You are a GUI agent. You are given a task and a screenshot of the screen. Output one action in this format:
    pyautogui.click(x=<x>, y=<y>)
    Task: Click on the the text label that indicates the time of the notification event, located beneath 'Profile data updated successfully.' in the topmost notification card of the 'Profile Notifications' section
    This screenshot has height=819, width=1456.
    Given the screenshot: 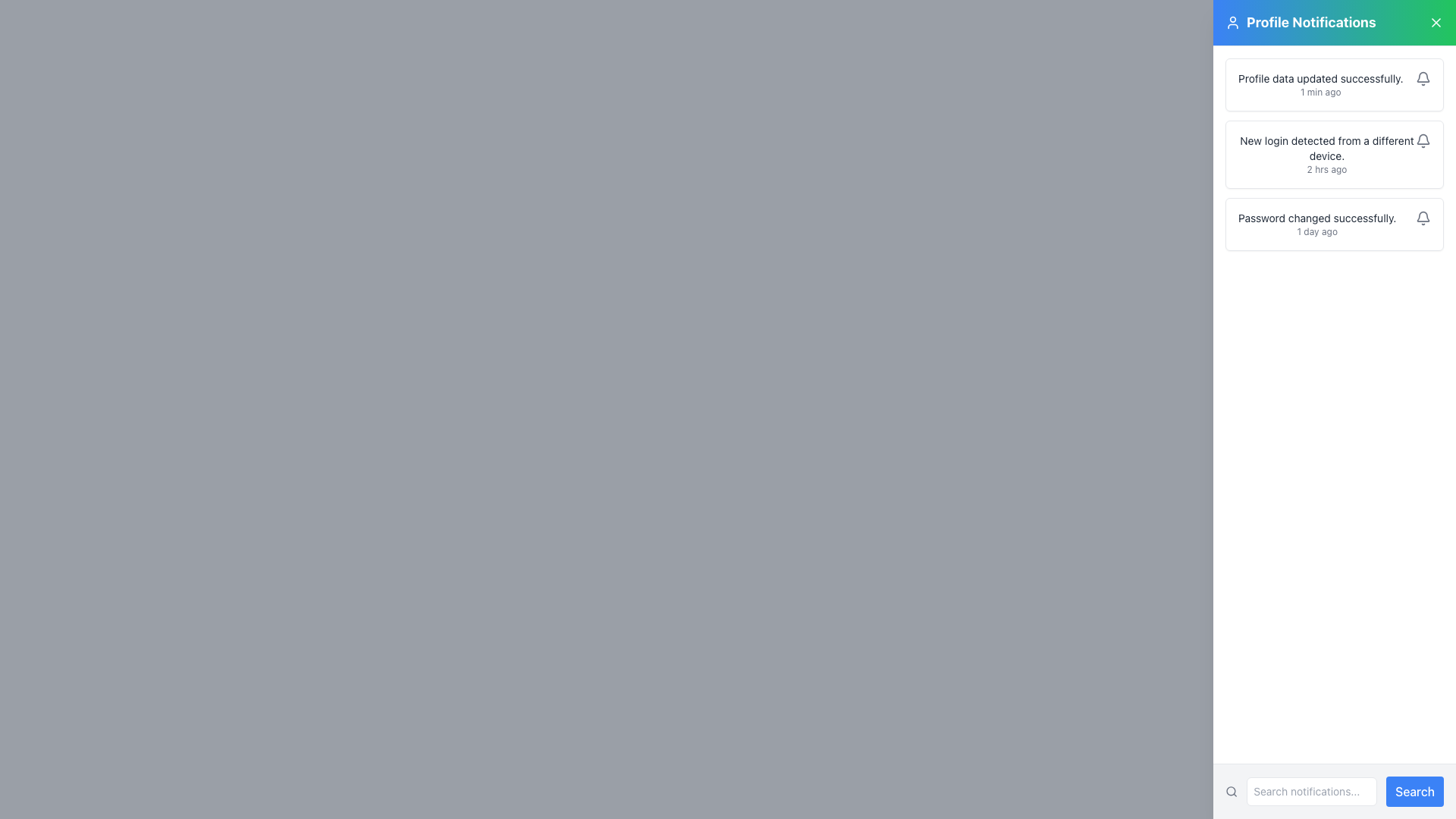 What is the action you would take?
    pyautogui.click(x=1319, y=93)
    